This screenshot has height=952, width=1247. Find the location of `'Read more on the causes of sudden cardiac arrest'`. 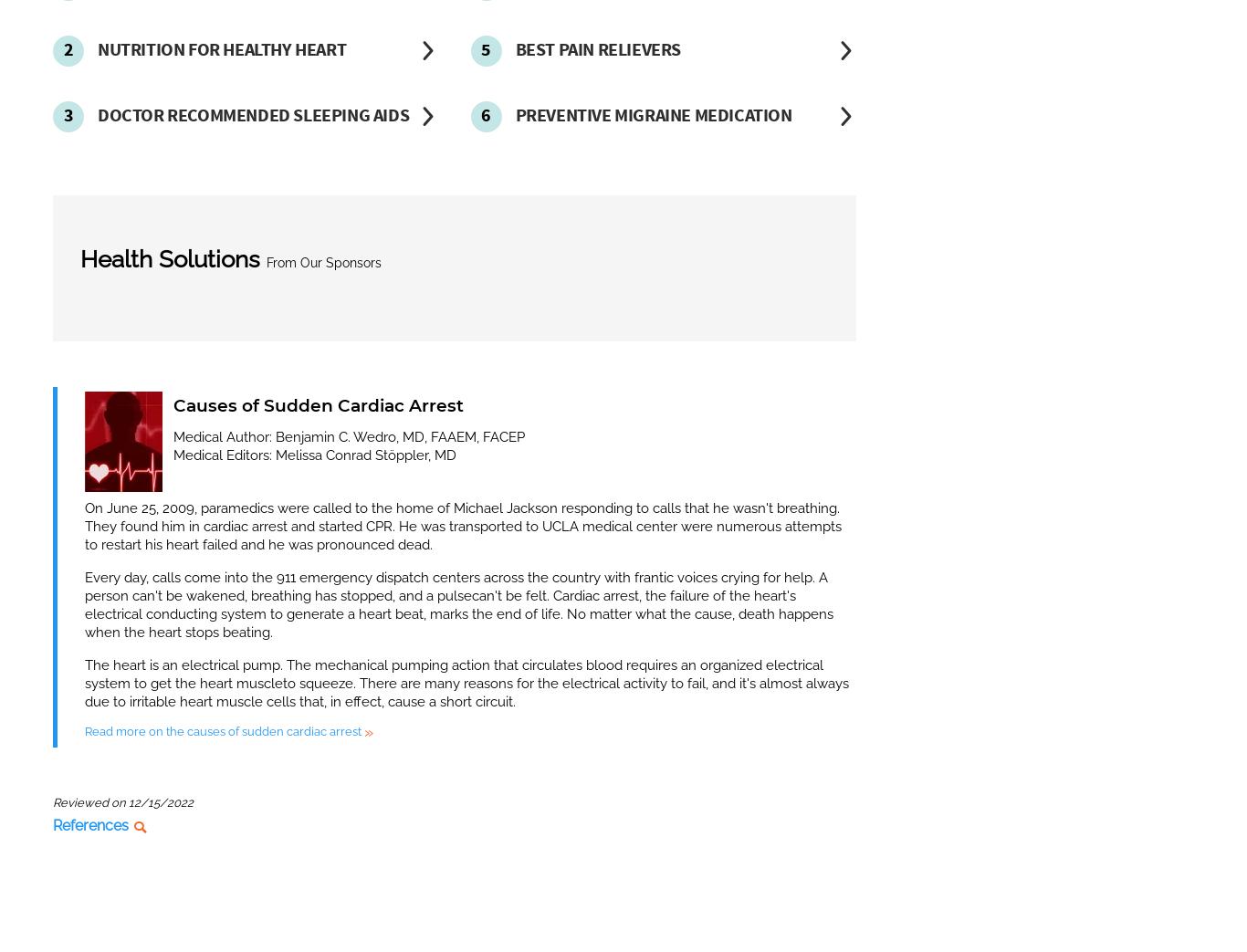

'Read more on the causes of sudden cardiac arrest' is located at coordinates (85, 729).